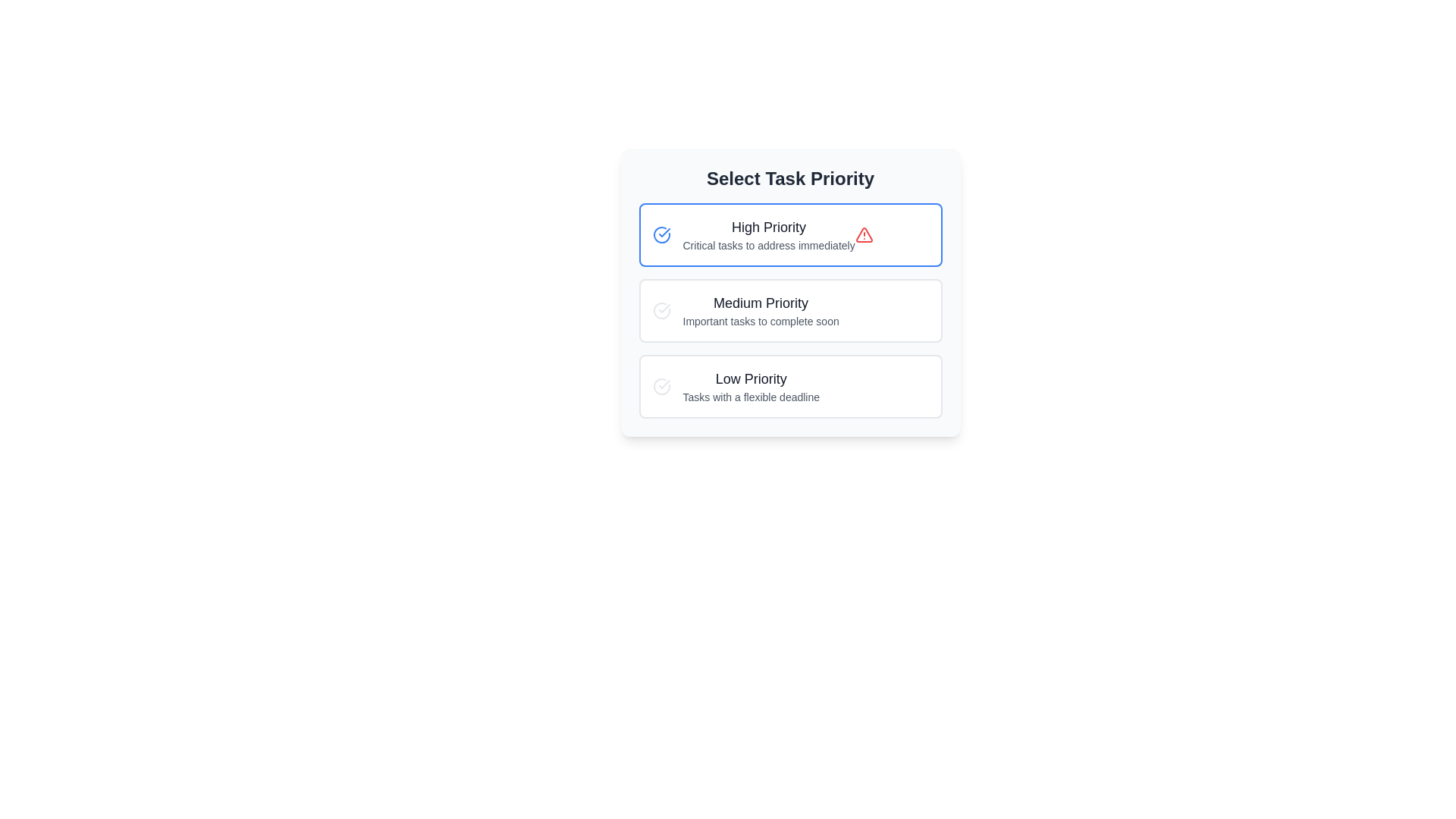 This screenshot has width=1456, height=819. I want to click on the warning icon associated with the 'High Priority' task option, located next to the 'High Priority' text, so click(864, 234).